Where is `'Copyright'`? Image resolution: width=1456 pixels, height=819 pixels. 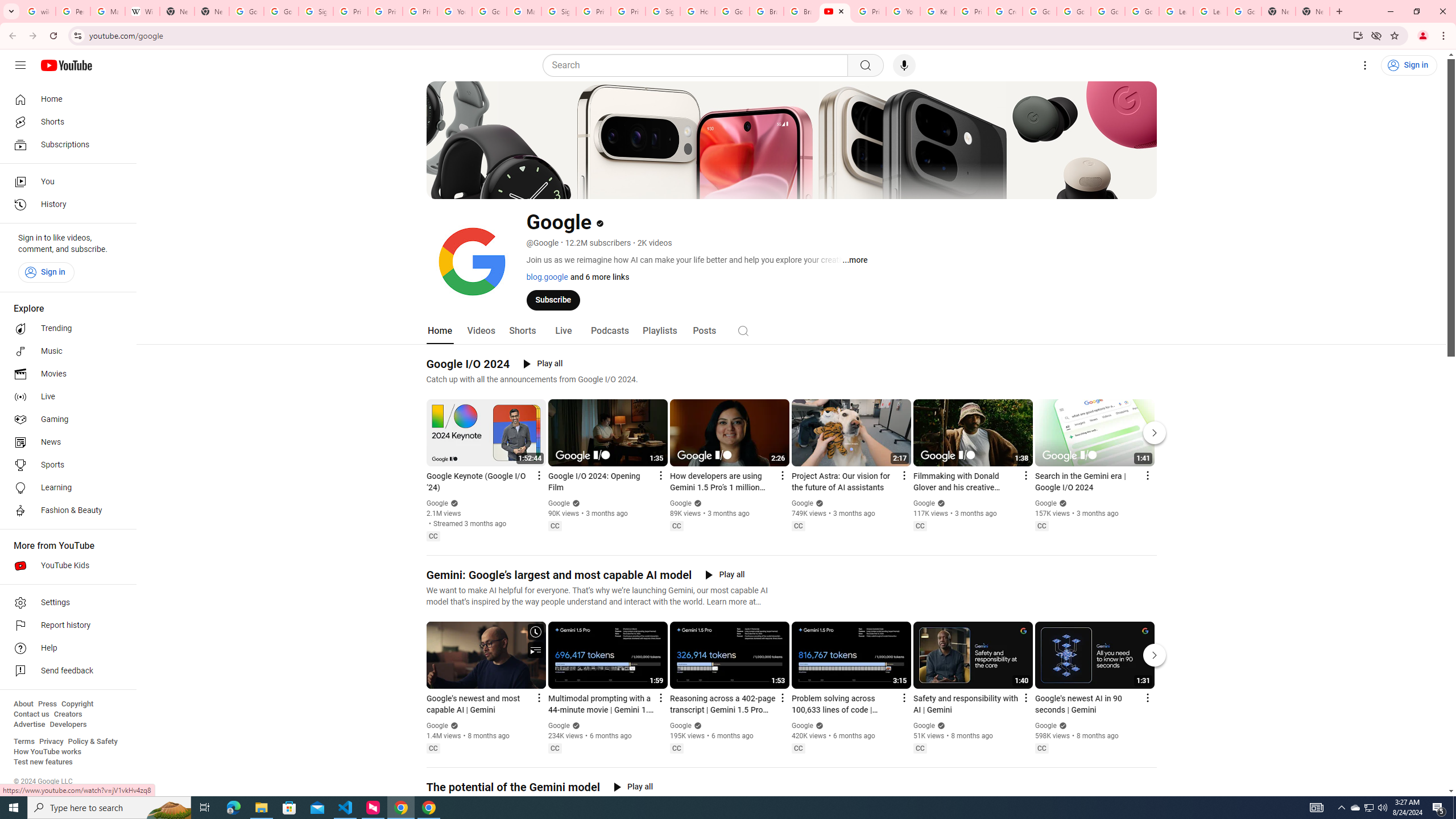
'Copyright' is located at coordinates (76, 704).